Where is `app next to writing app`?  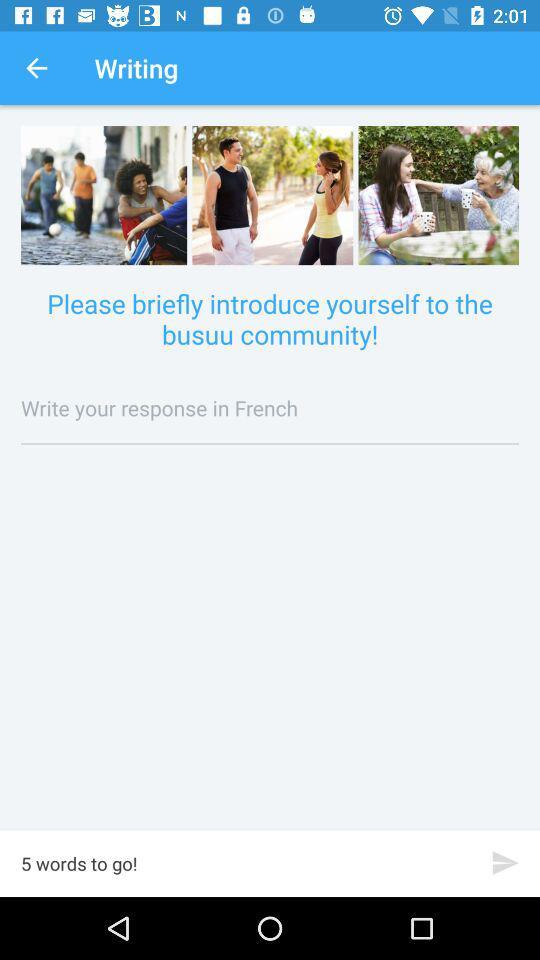 app next to writing app is located at coordinates (36, 68).